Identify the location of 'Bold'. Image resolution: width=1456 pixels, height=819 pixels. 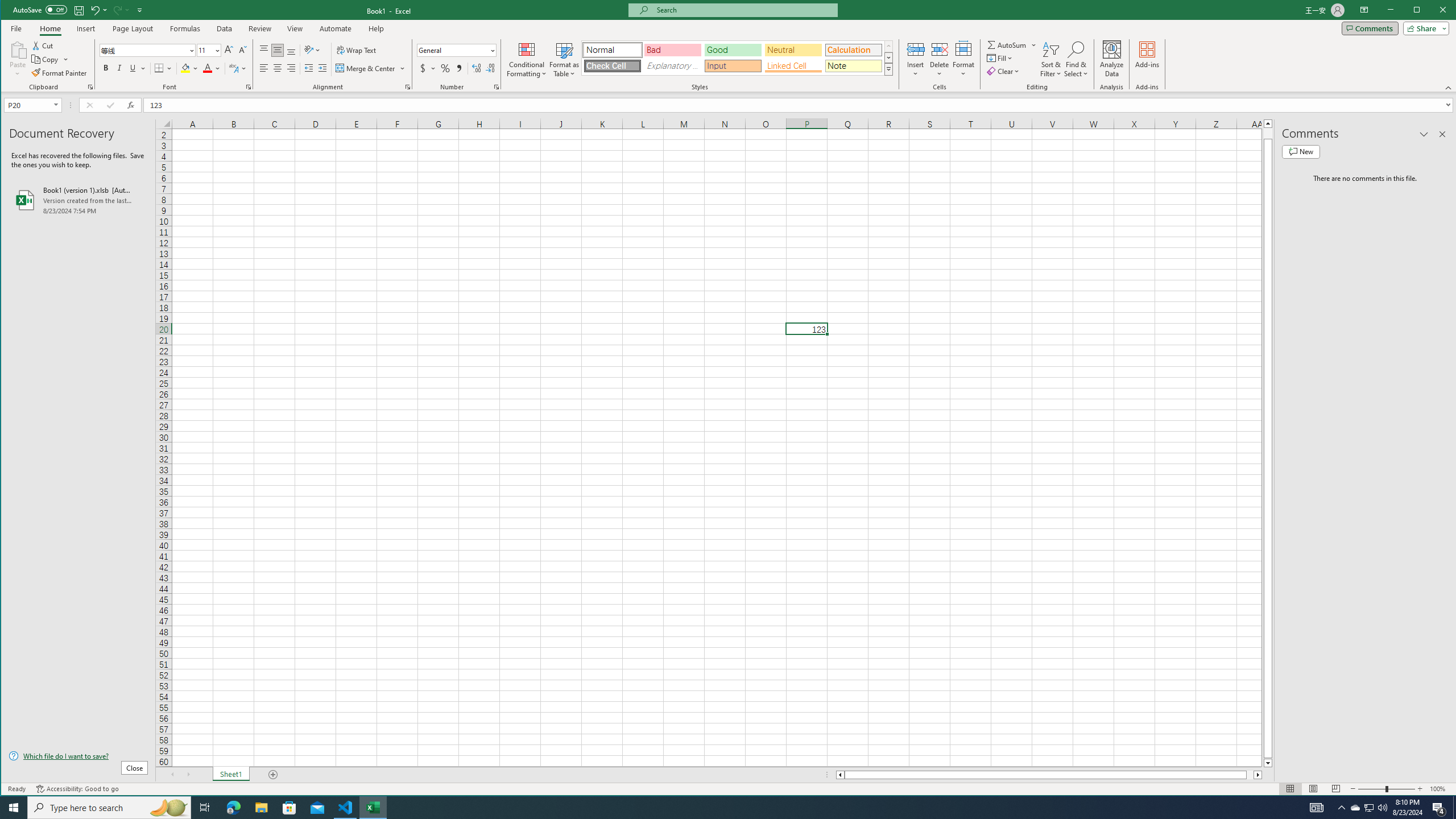
(105, 68).